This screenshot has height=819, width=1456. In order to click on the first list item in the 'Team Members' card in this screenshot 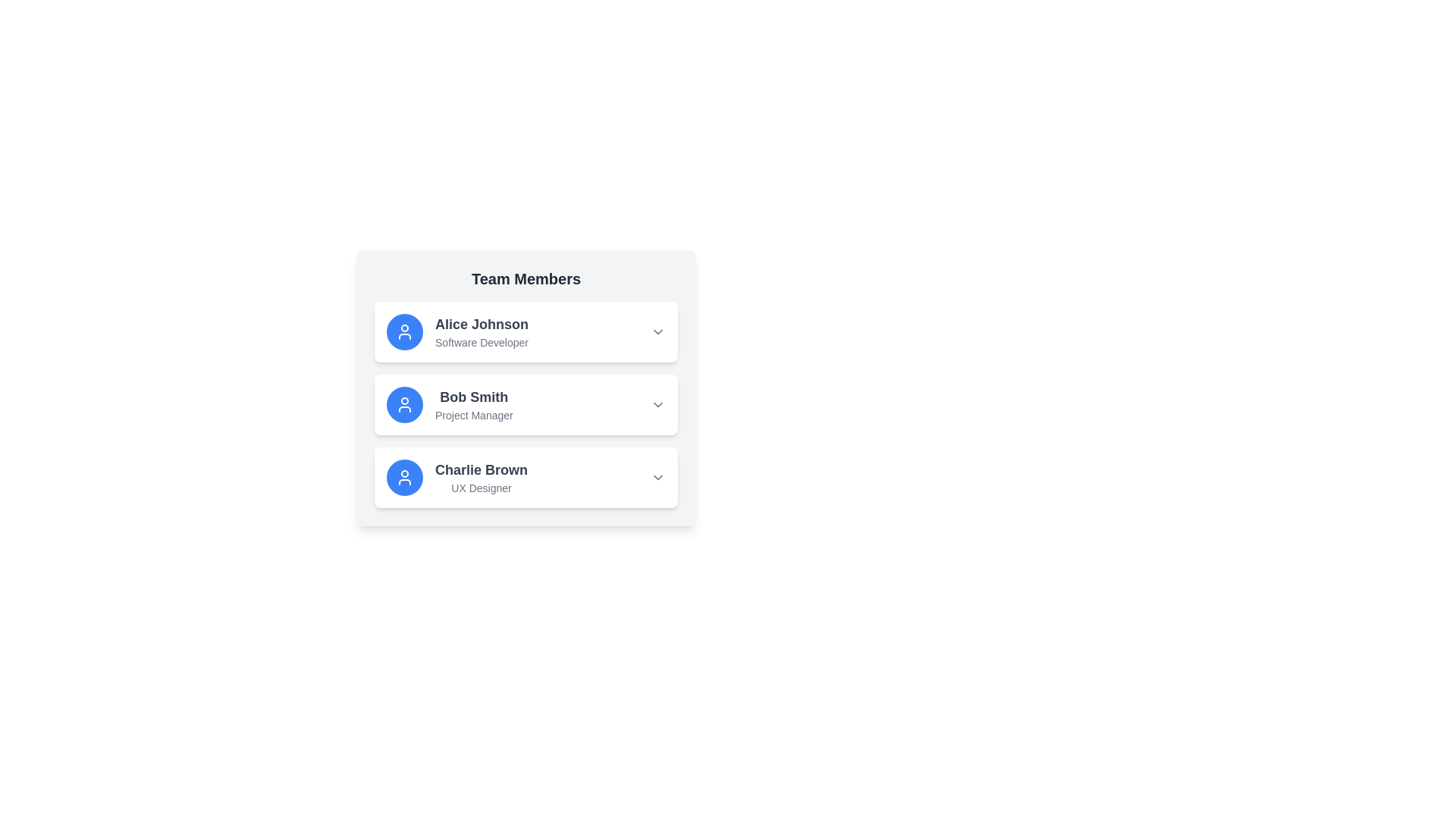, I will do `click(526, 331)`.